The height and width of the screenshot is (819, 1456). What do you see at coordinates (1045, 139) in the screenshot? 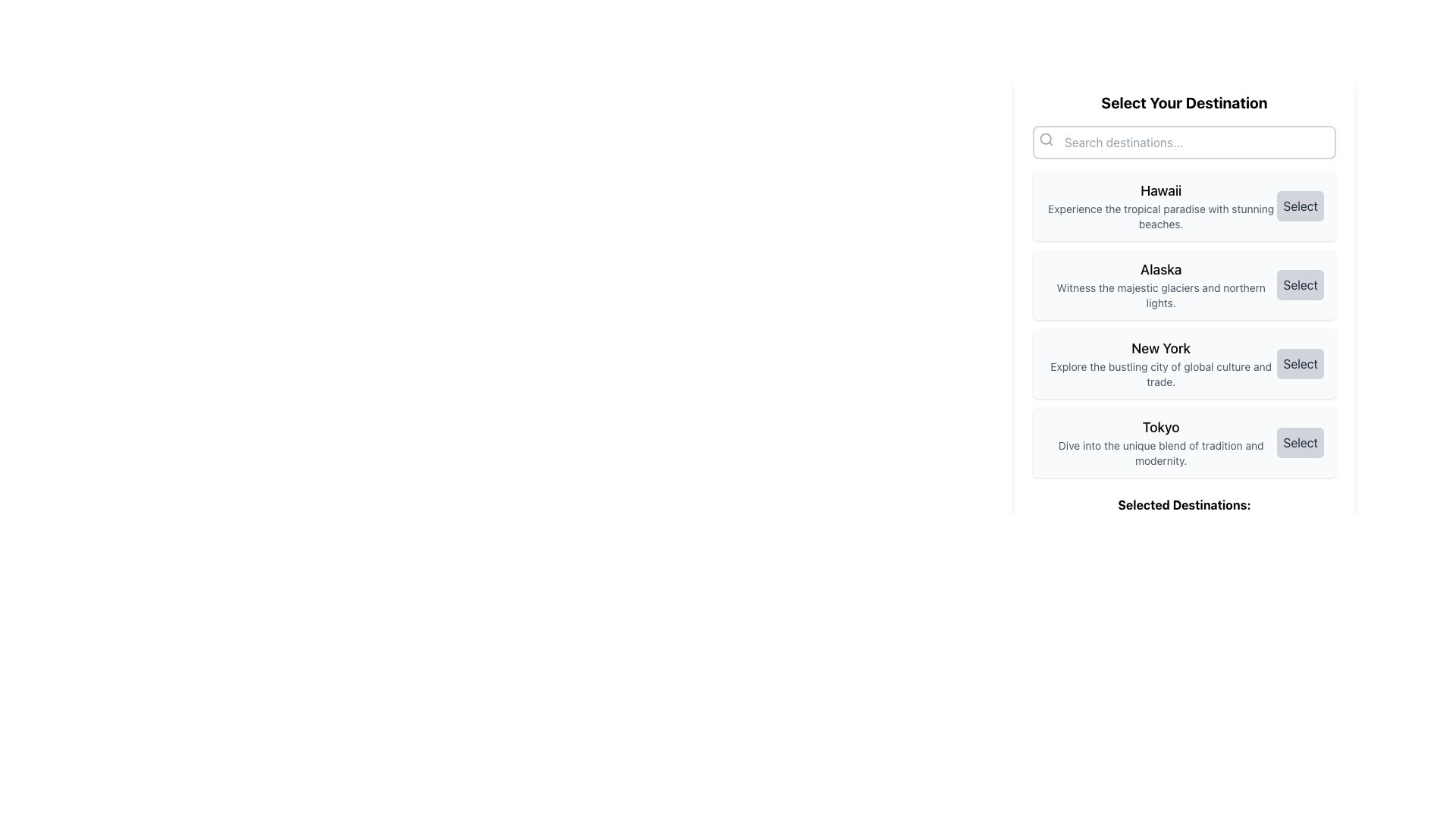
I see `the SVG circle element which is part of the search icon located at the top-left corner of the search bar` at bounding box center [1045, 139].